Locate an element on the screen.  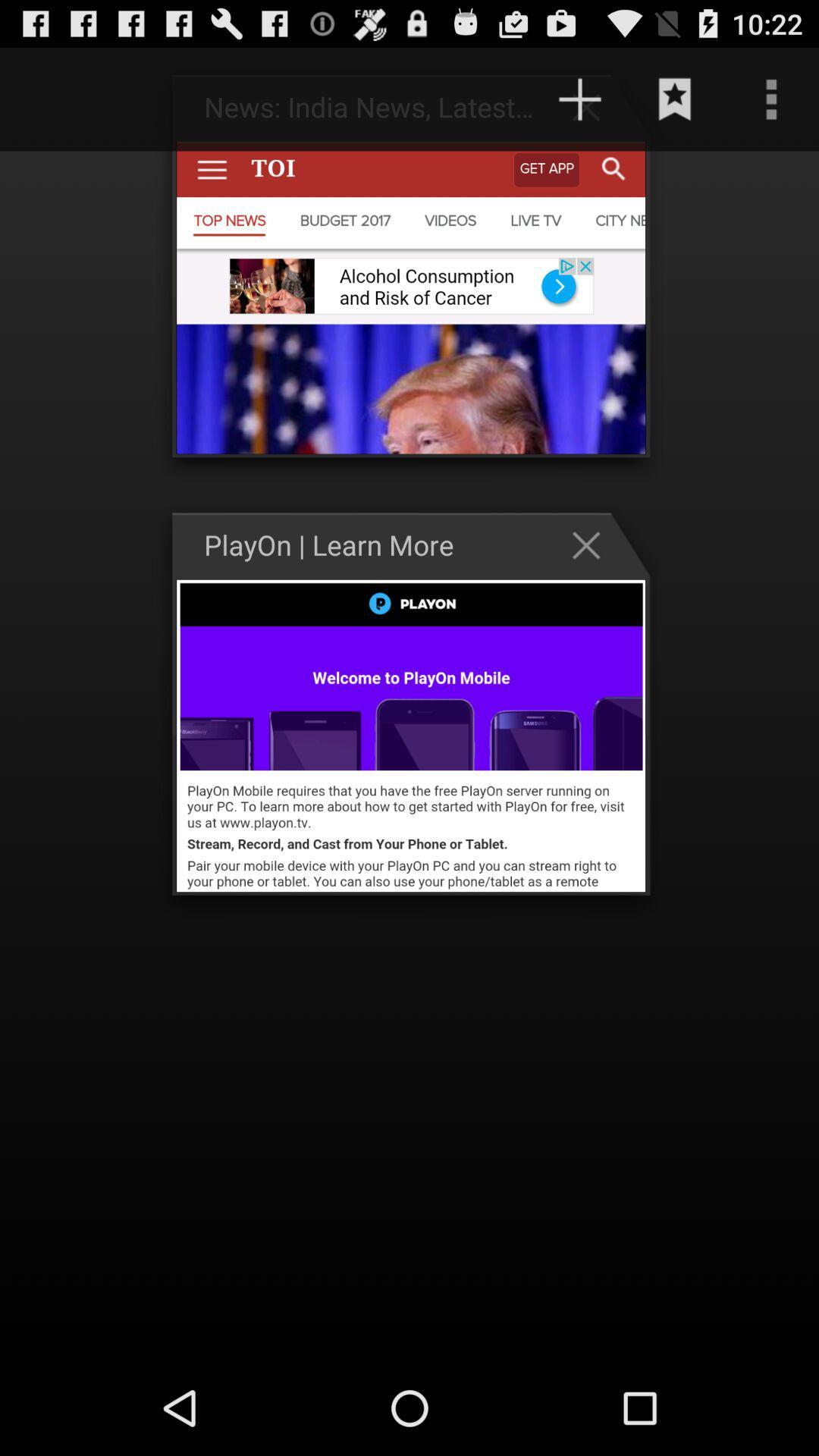
app above the playon | learn more is located at coordinates (579, 99).